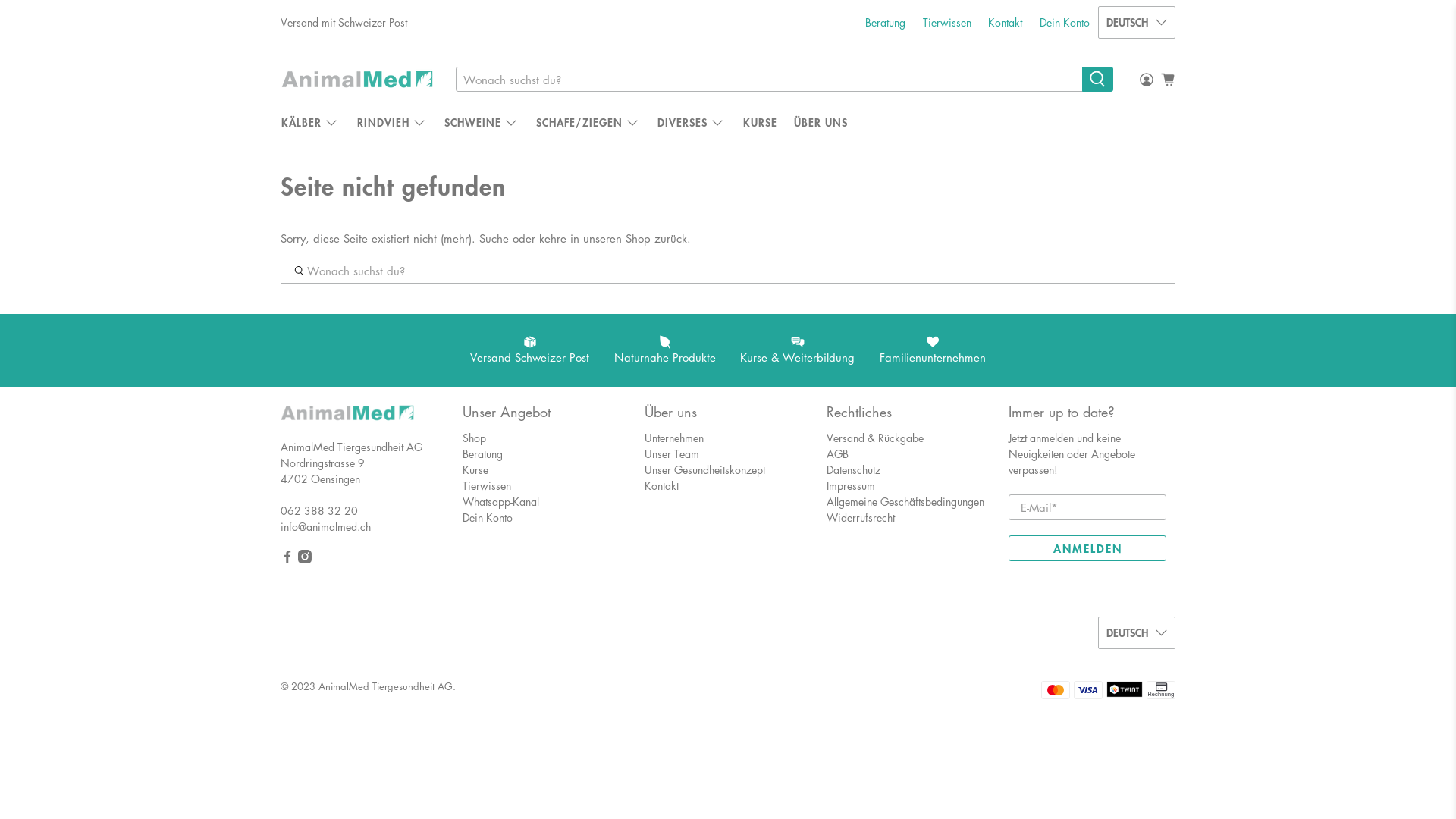 This screenshot has width=1456, height=819. I want to click on 'AnimalMed Tiergesundheit AG on Facebook', so click(280, 558).